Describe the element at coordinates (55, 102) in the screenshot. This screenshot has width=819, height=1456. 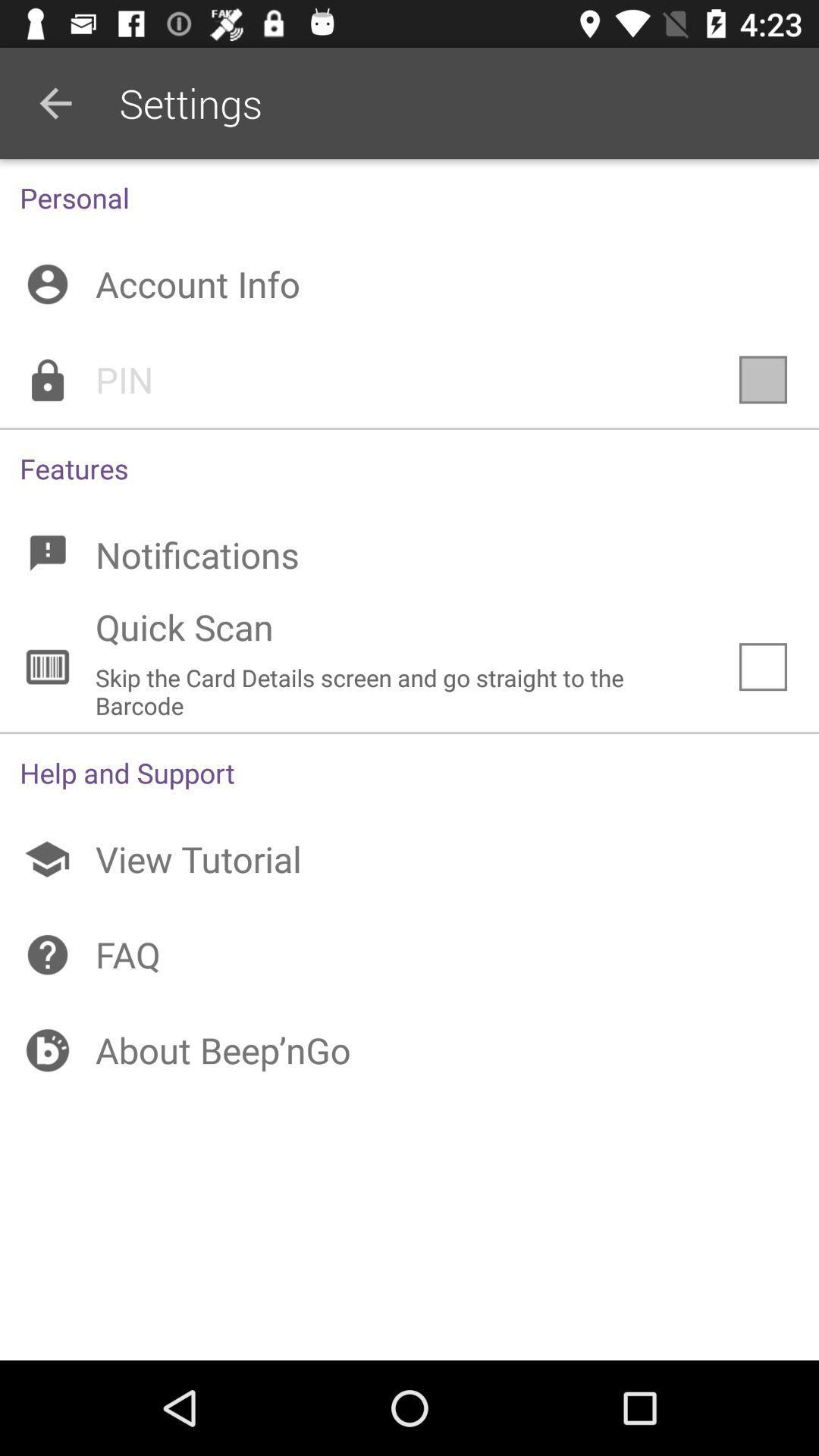
I see `the item next to the settings app` at that location.